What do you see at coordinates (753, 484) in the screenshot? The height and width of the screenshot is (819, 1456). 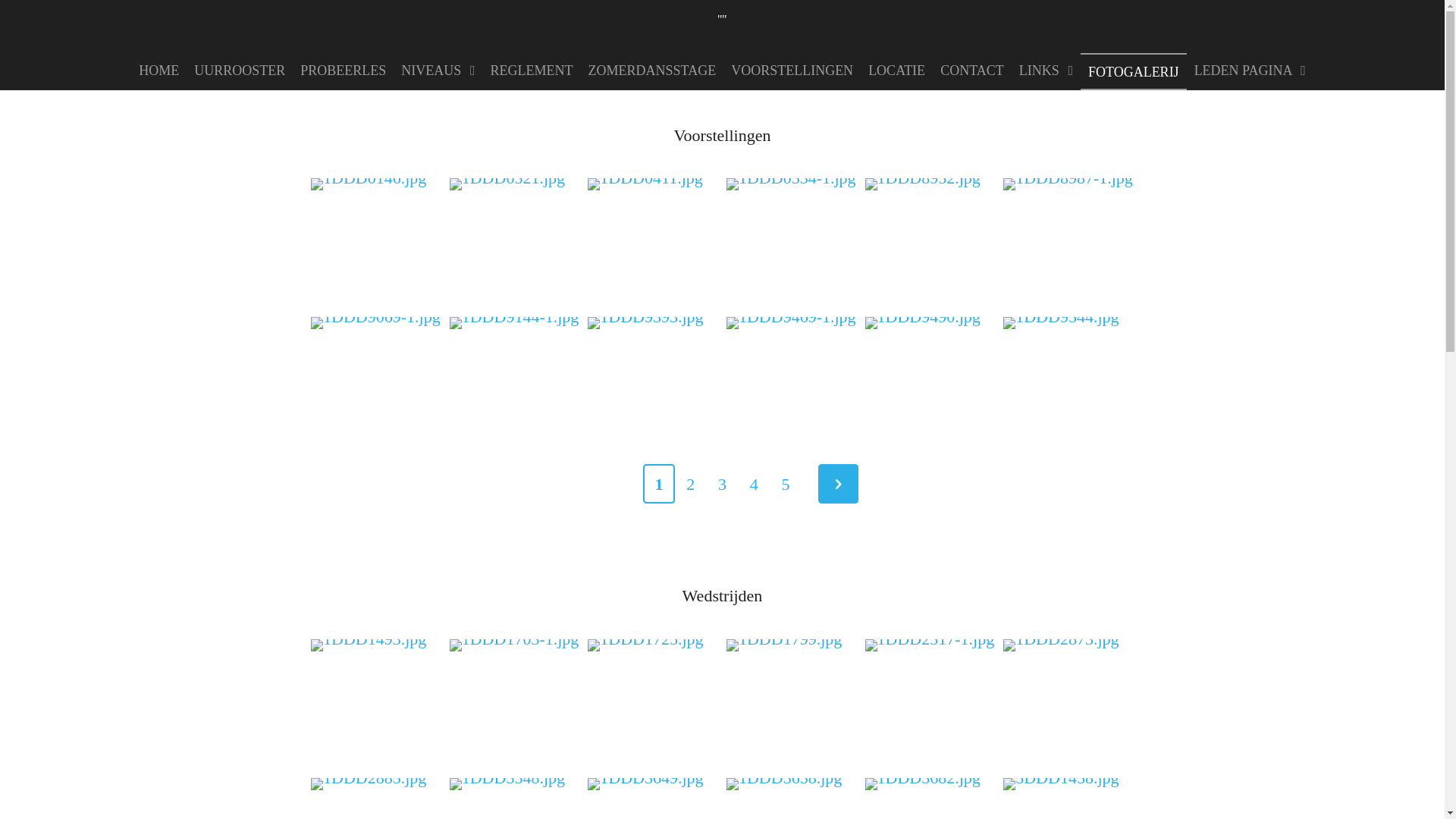 I see `'4'` at bounding box center [753, 484].